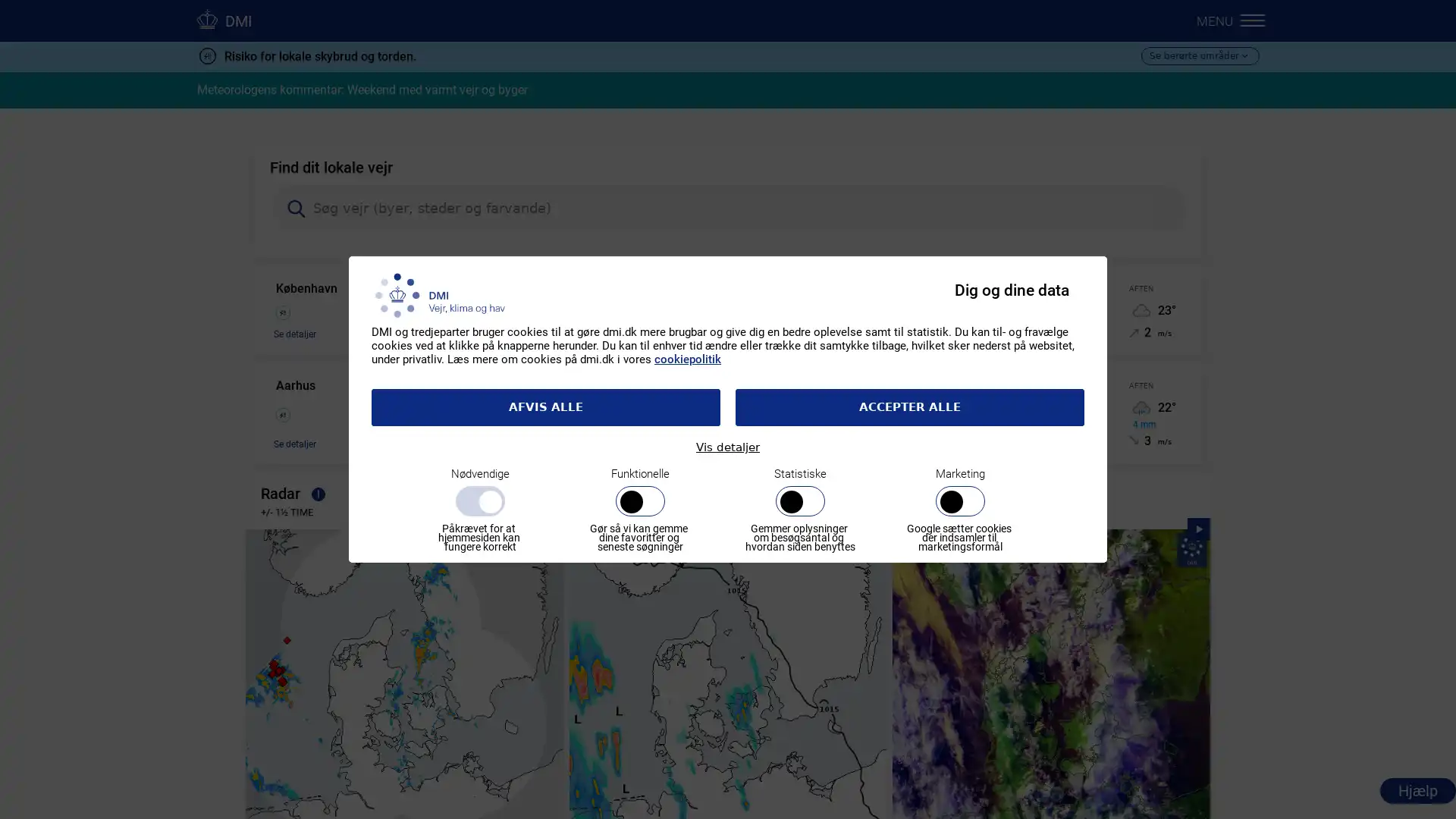 Image resolution: width=1456 pixels, height=819 pixels. What do you see at coordinates (910, 406) in the screenshot?
I see `Accepter alle` at bounding box center [910, 406].